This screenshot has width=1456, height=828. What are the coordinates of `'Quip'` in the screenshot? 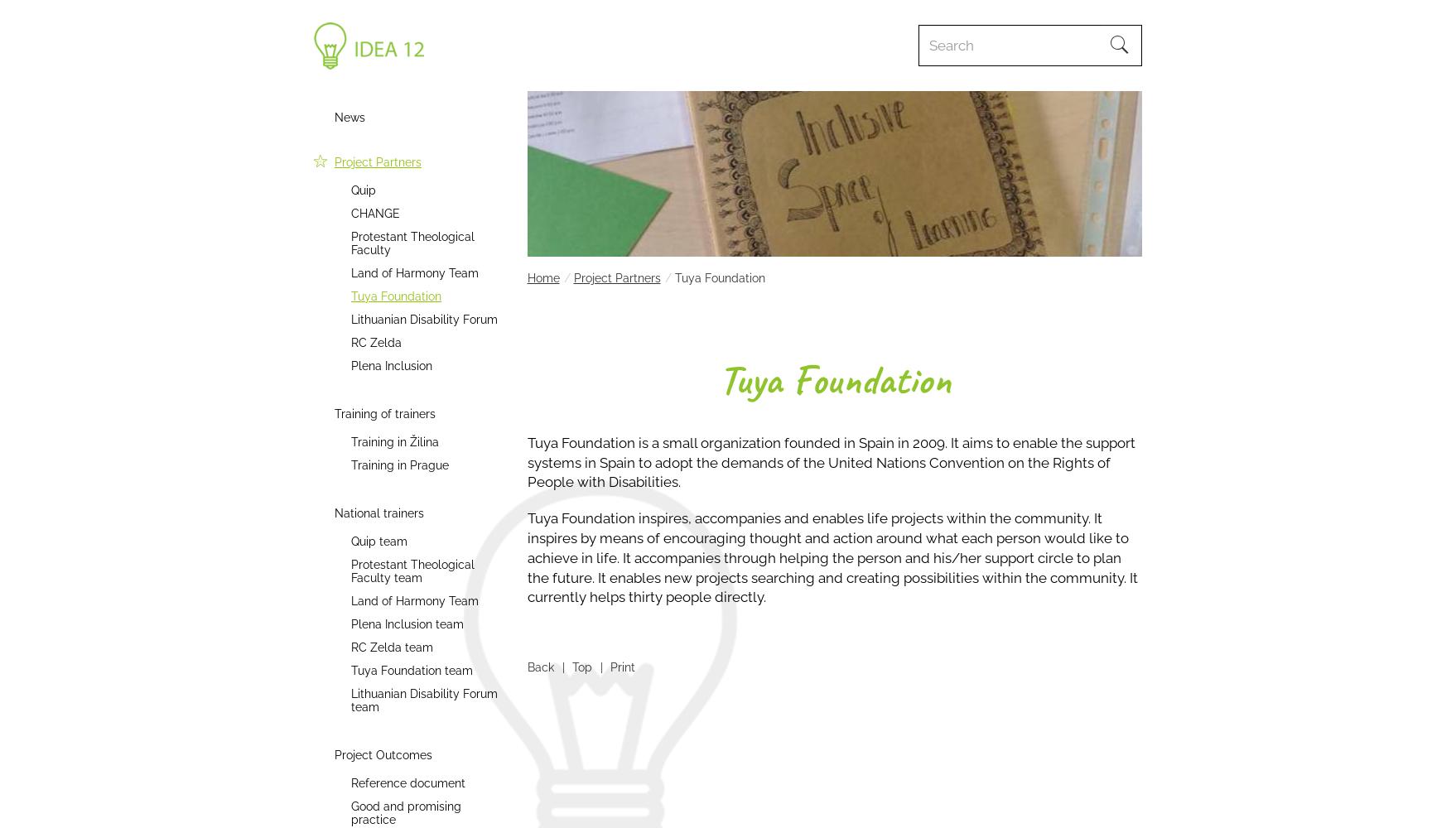 It's located at (363, 190).